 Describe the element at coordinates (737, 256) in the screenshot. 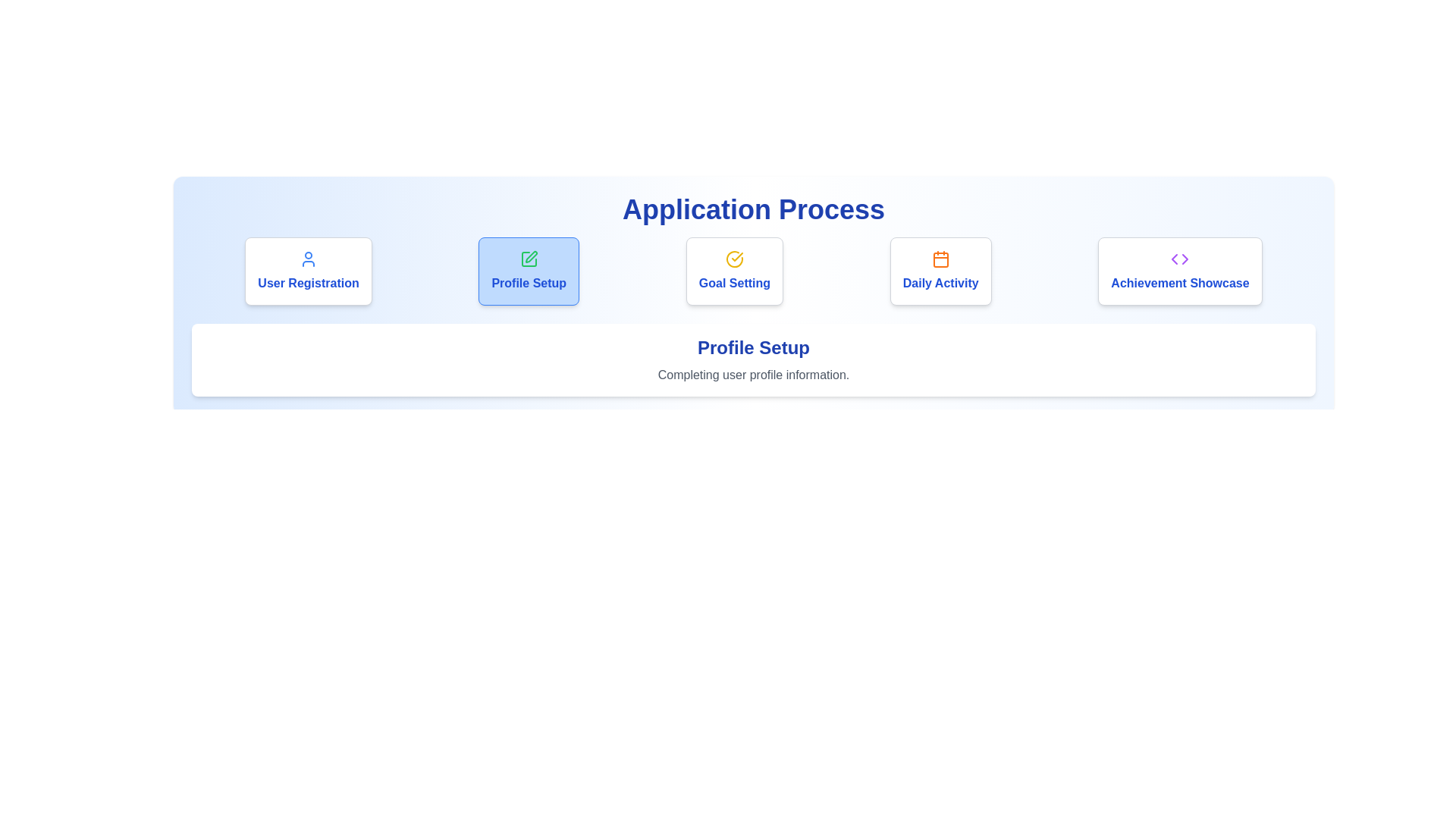

I see `the checkmark icon contained within a circular outline in the 'Profile Setup' section` at that location.